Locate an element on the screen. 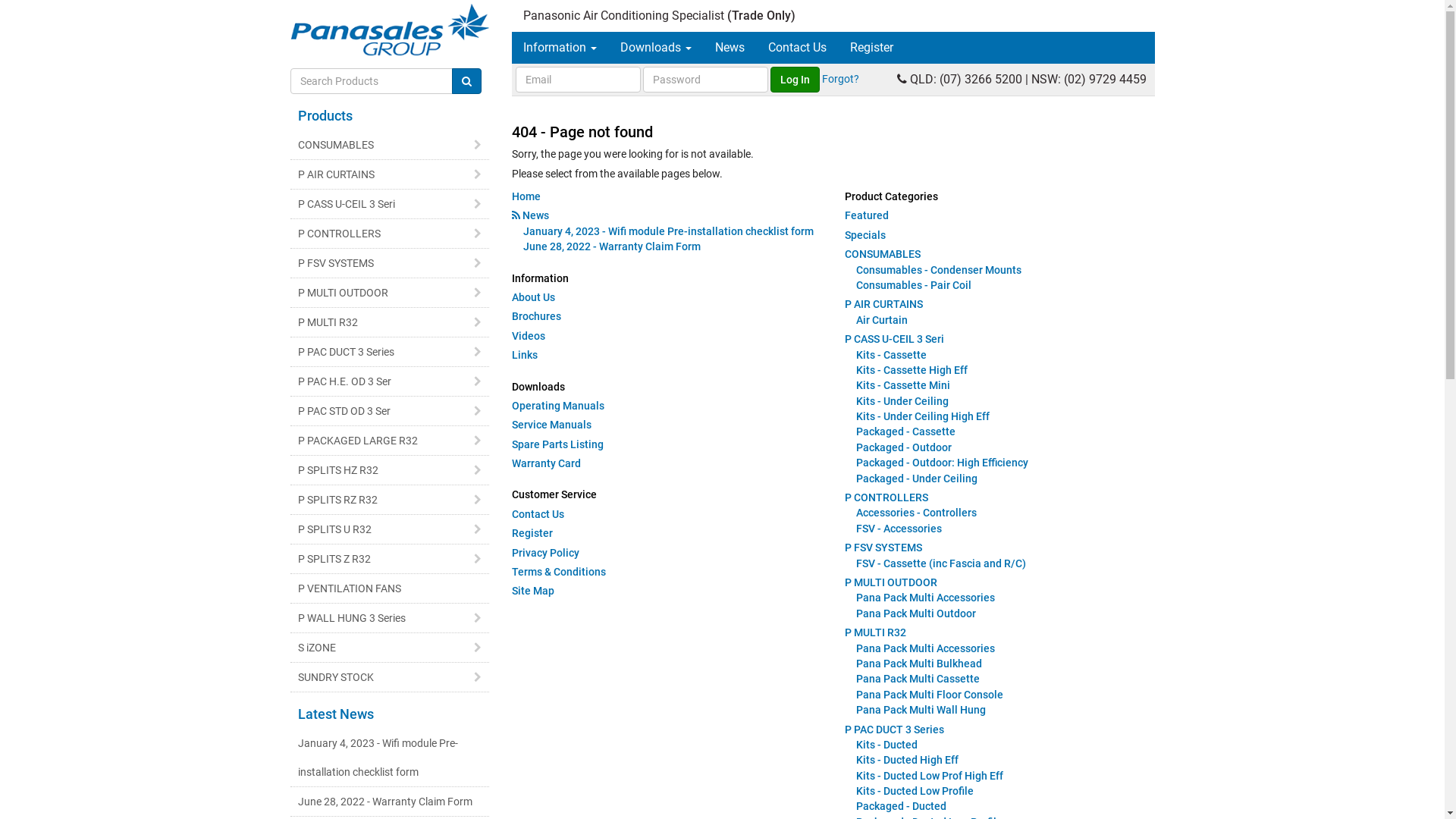 The image size is (1456, 819). 'P PAC H.E. OD 3 Ser' is located at coordinates (389, 380).